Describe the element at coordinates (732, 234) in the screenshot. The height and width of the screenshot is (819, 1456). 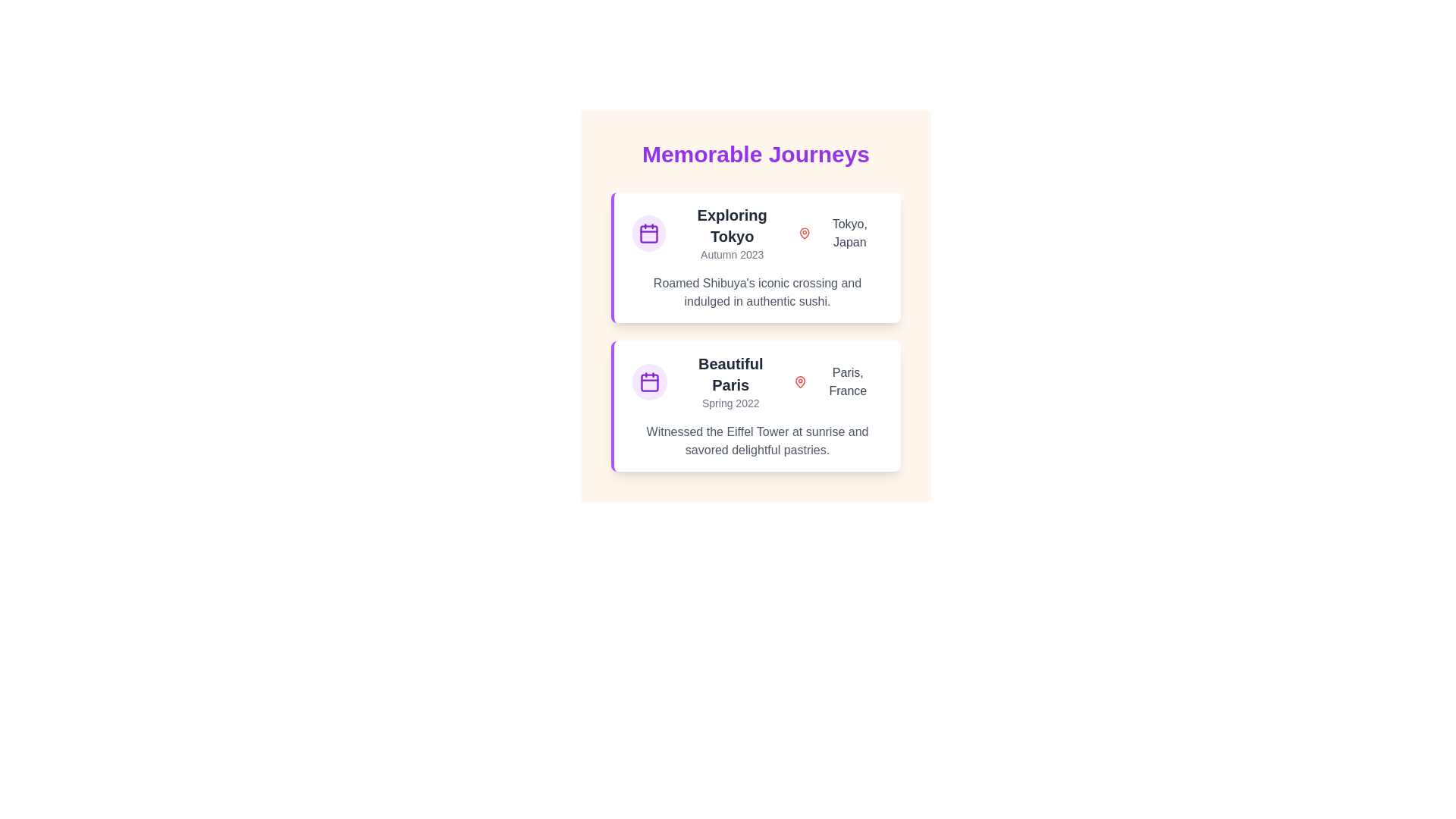
I see `the title and timeframe text block located in the top-left quadrant of a card, which serves as a header for the content of the card` at that location.